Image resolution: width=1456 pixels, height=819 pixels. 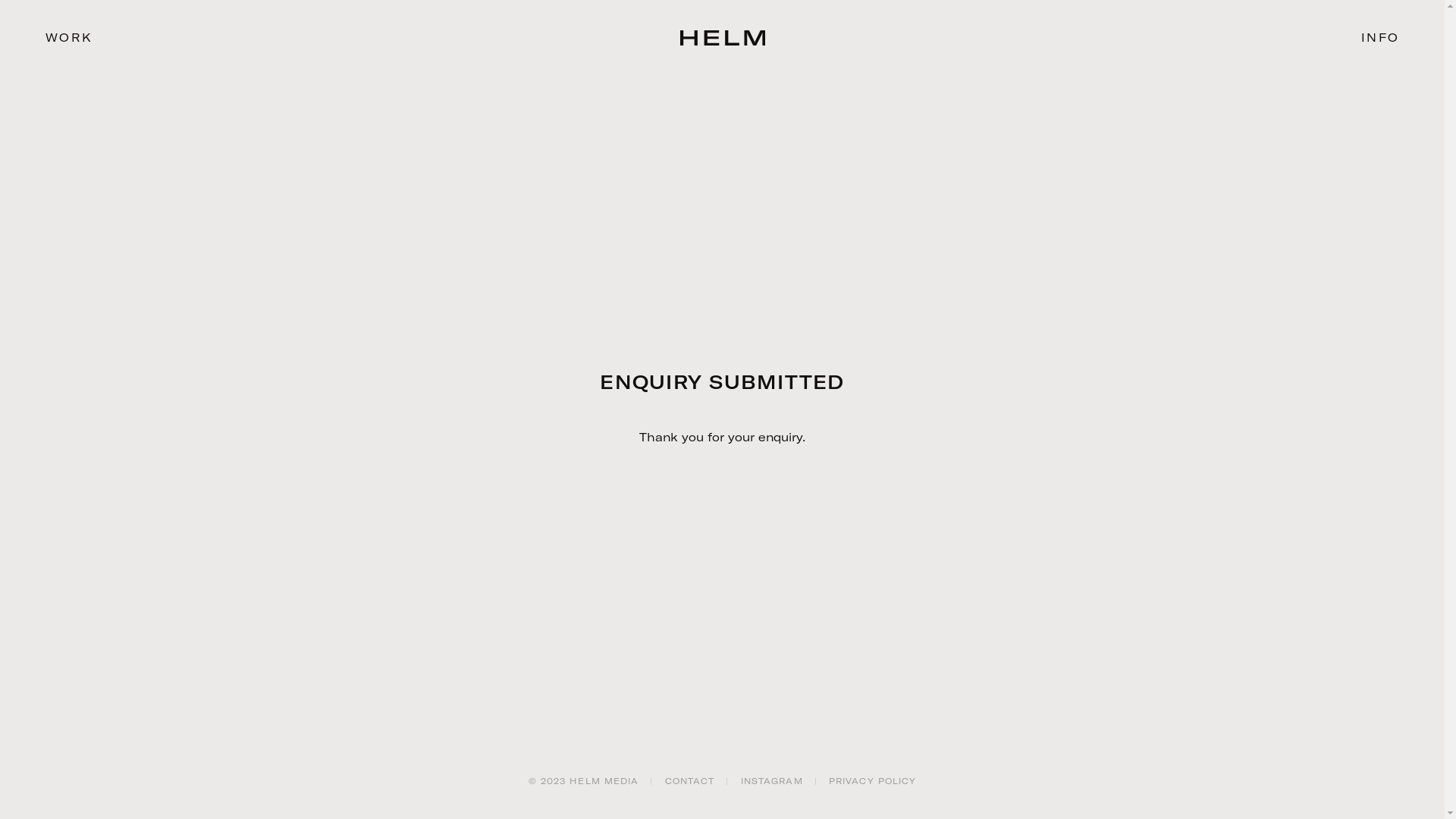 I want to click on 'WORK', so click(x=83, y=37).